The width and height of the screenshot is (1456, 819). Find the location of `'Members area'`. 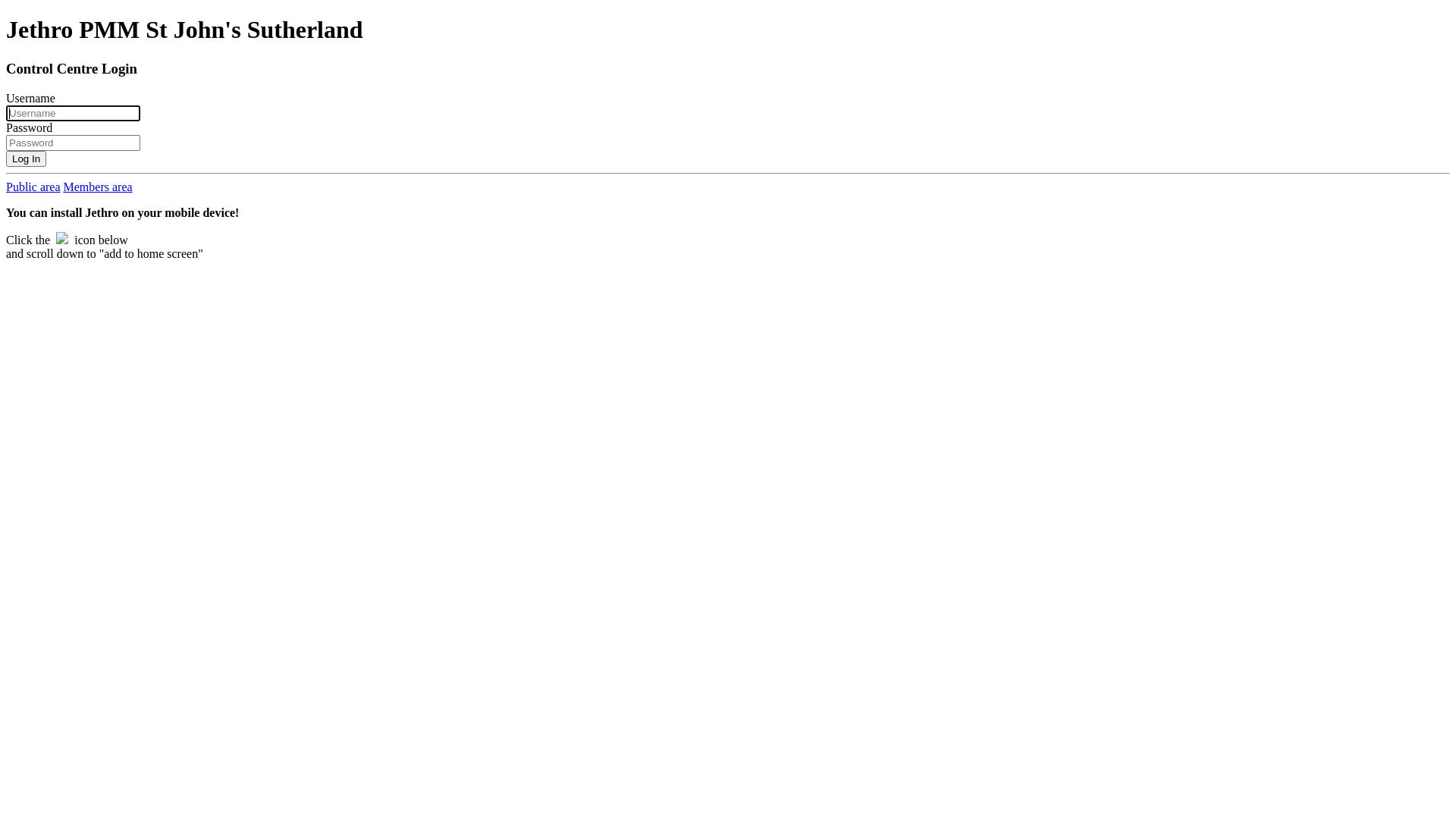

'Members area' is located at coordinates (62, 186).